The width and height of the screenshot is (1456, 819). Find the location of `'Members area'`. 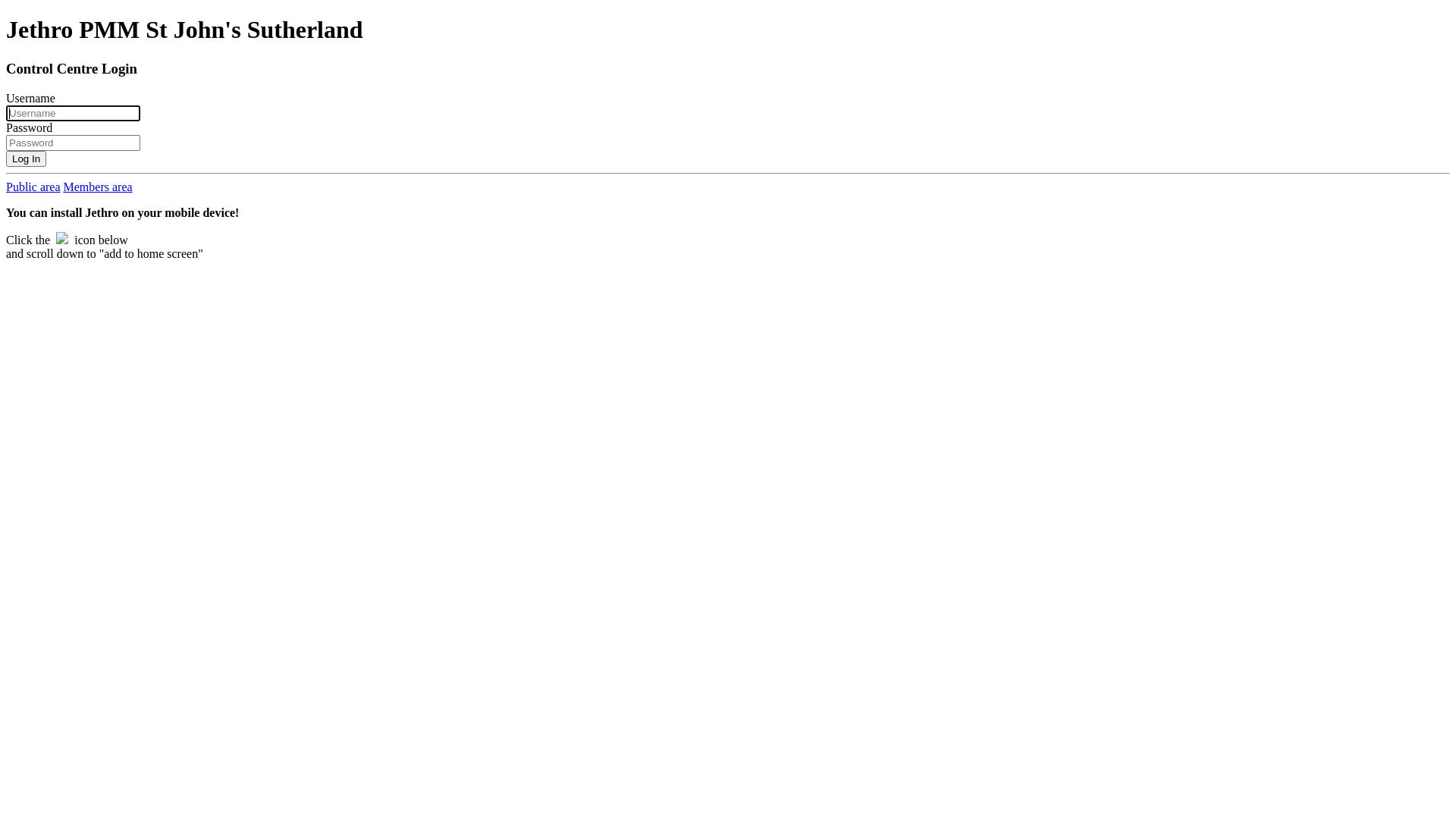

'Members area' is located at coordinates (62, 186).